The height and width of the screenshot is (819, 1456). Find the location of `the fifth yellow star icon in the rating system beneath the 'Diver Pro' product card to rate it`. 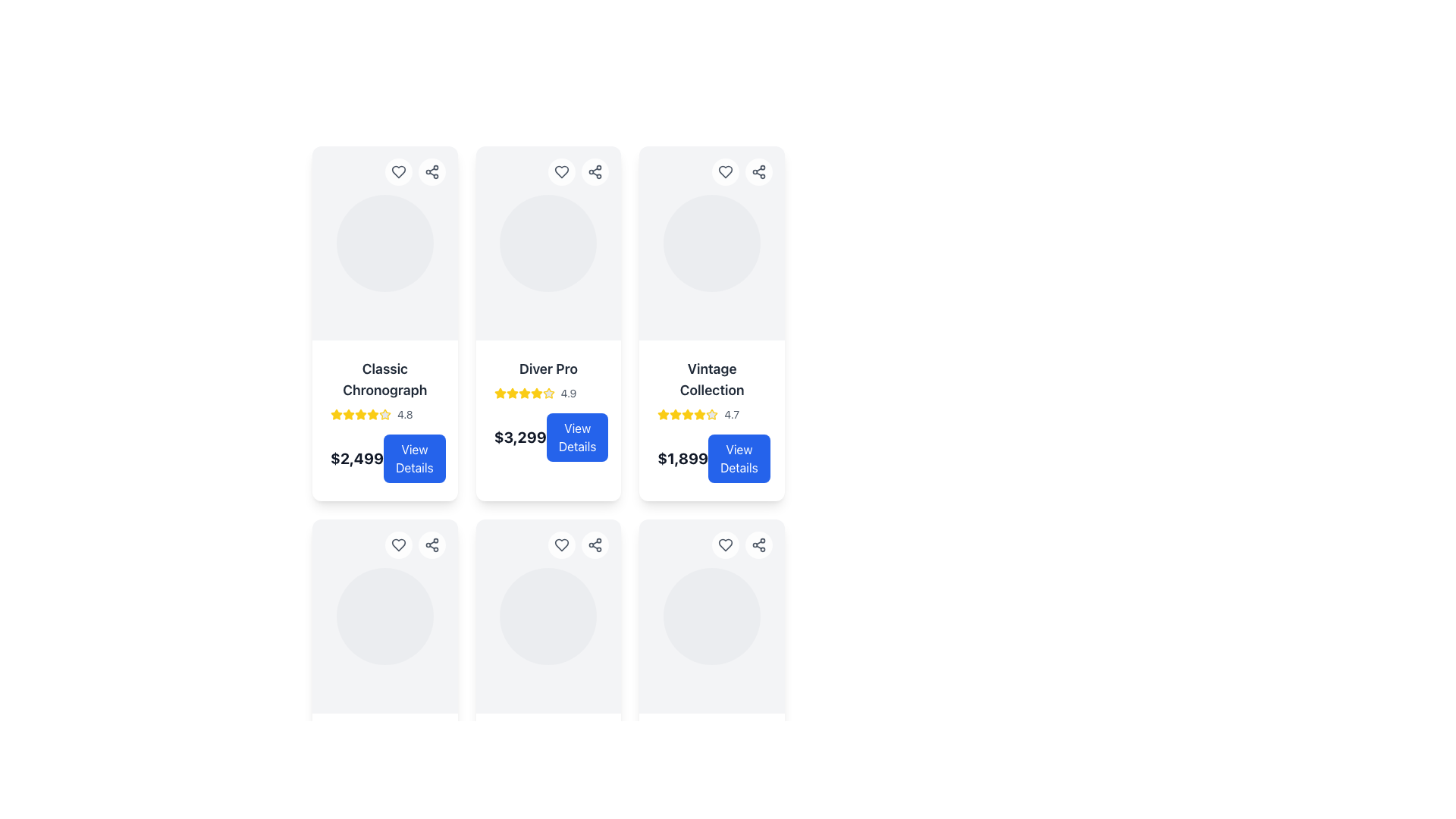

the fifth yellow star icon in the rating system beneath the 'Diver Pro' product card to rate it is located at coordinates (524, 393).